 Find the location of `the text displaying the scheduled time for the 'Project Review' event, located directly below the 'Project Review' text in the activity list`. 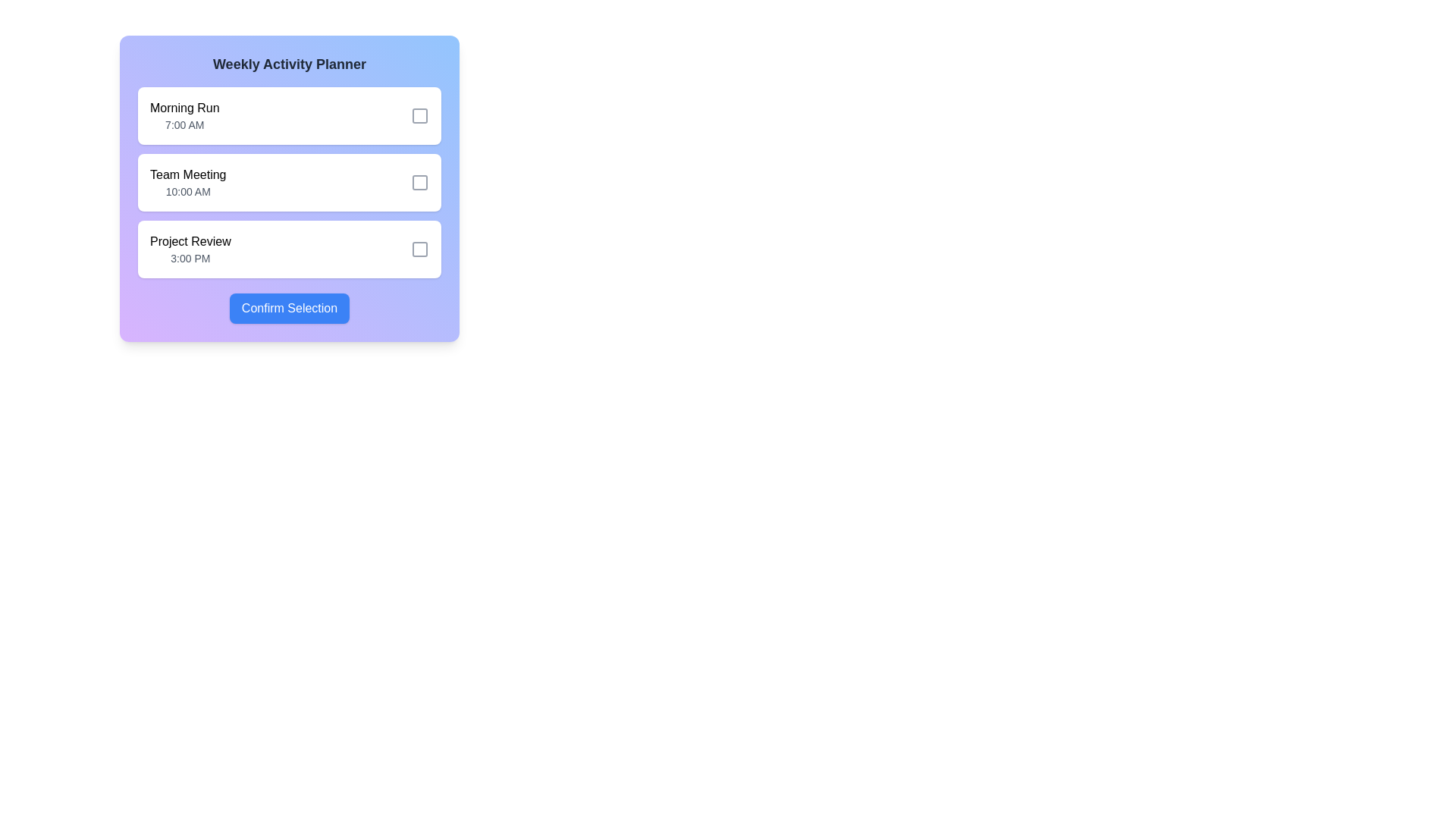

the text displaying the scheduled time for the 'Project Review' event, located directly below the 'Project Review' text in the activity list is located at coordinates (190, 257).